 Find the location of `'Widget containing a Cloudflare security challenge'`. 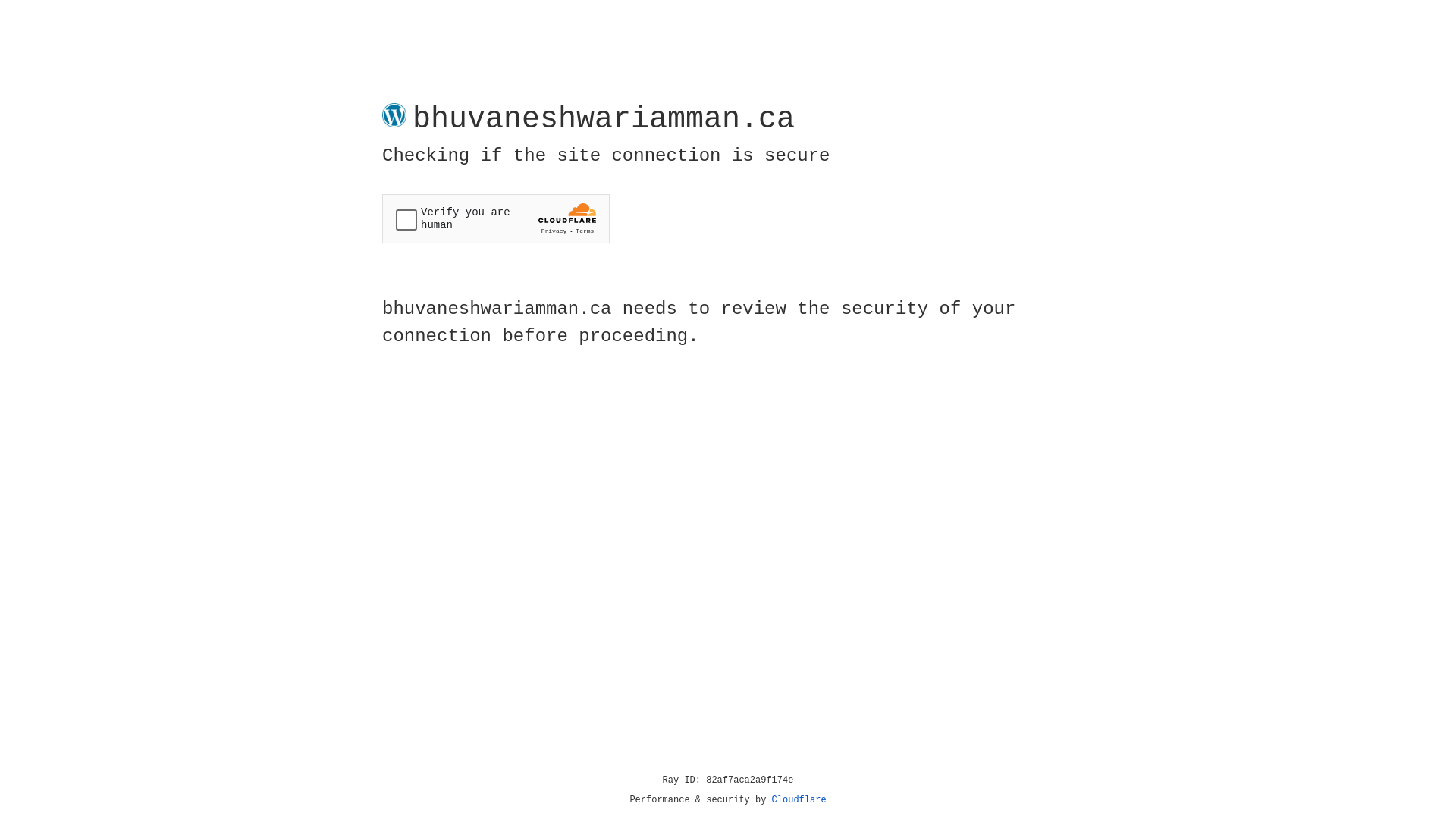

'Widget containing a Cloudflare security challenge' is located at coordinates (495, 218).